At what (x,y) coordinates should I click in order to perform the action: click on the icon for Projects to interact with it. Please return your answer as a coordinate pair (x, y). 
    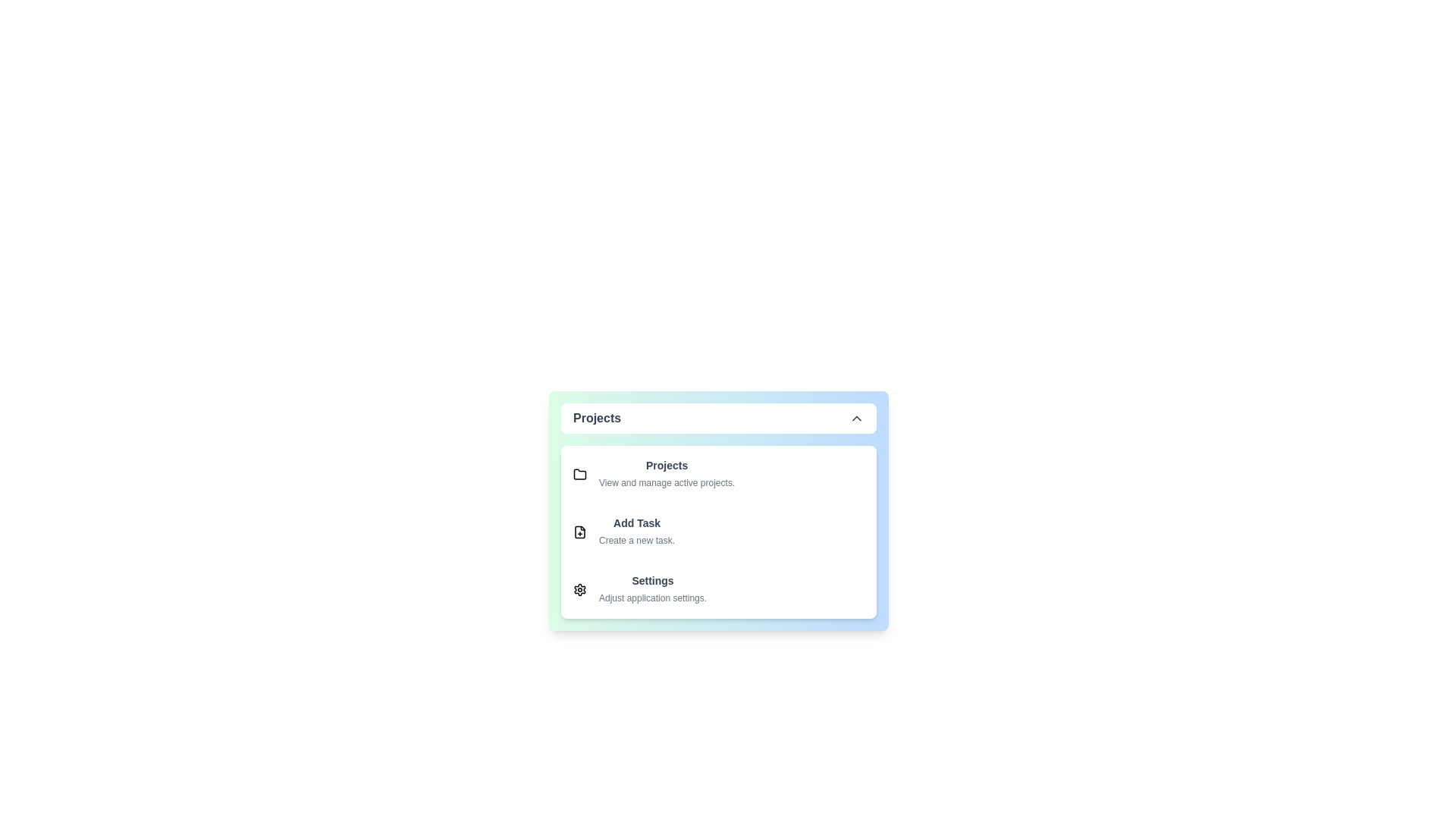
    Looking at the image, I should click on (579, 473).